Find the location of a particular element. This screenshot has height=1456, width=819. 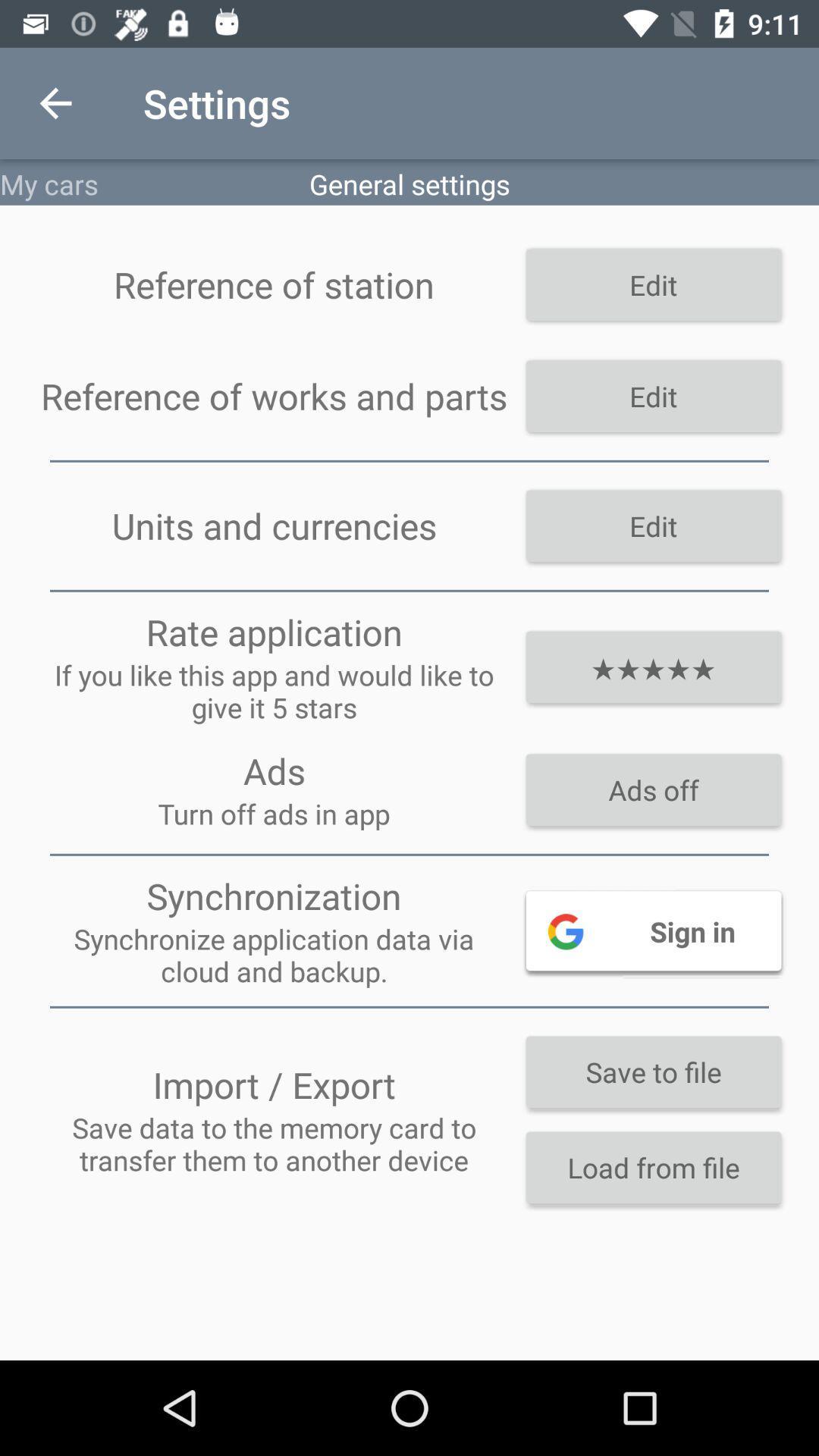

the item above ads off is located at coordinates (652, 667).